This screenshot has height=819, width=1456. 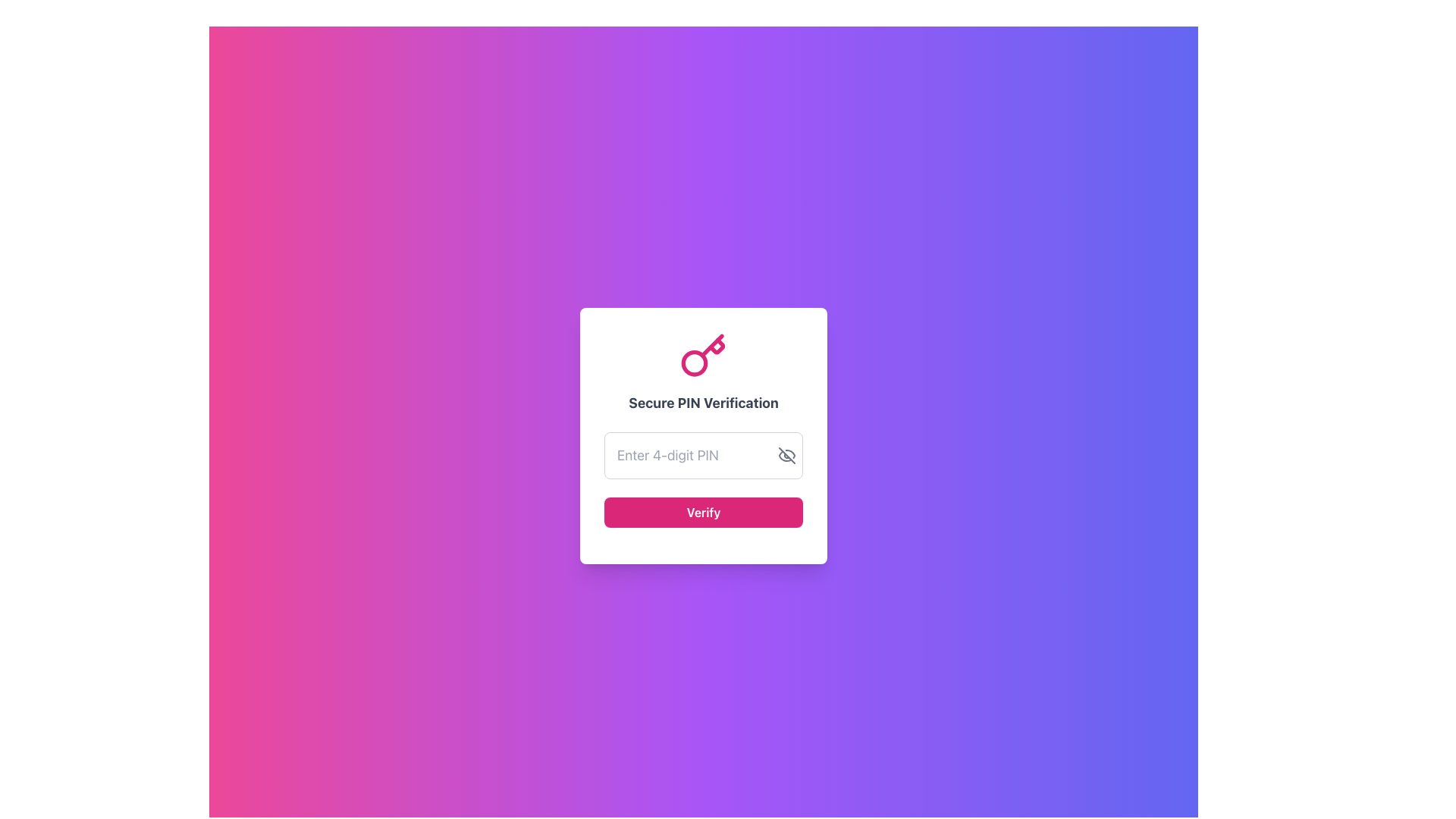 I want to click on the button located to the right of the 'Enter 4-digit PIN' text input field, so click(x=786, y=455).